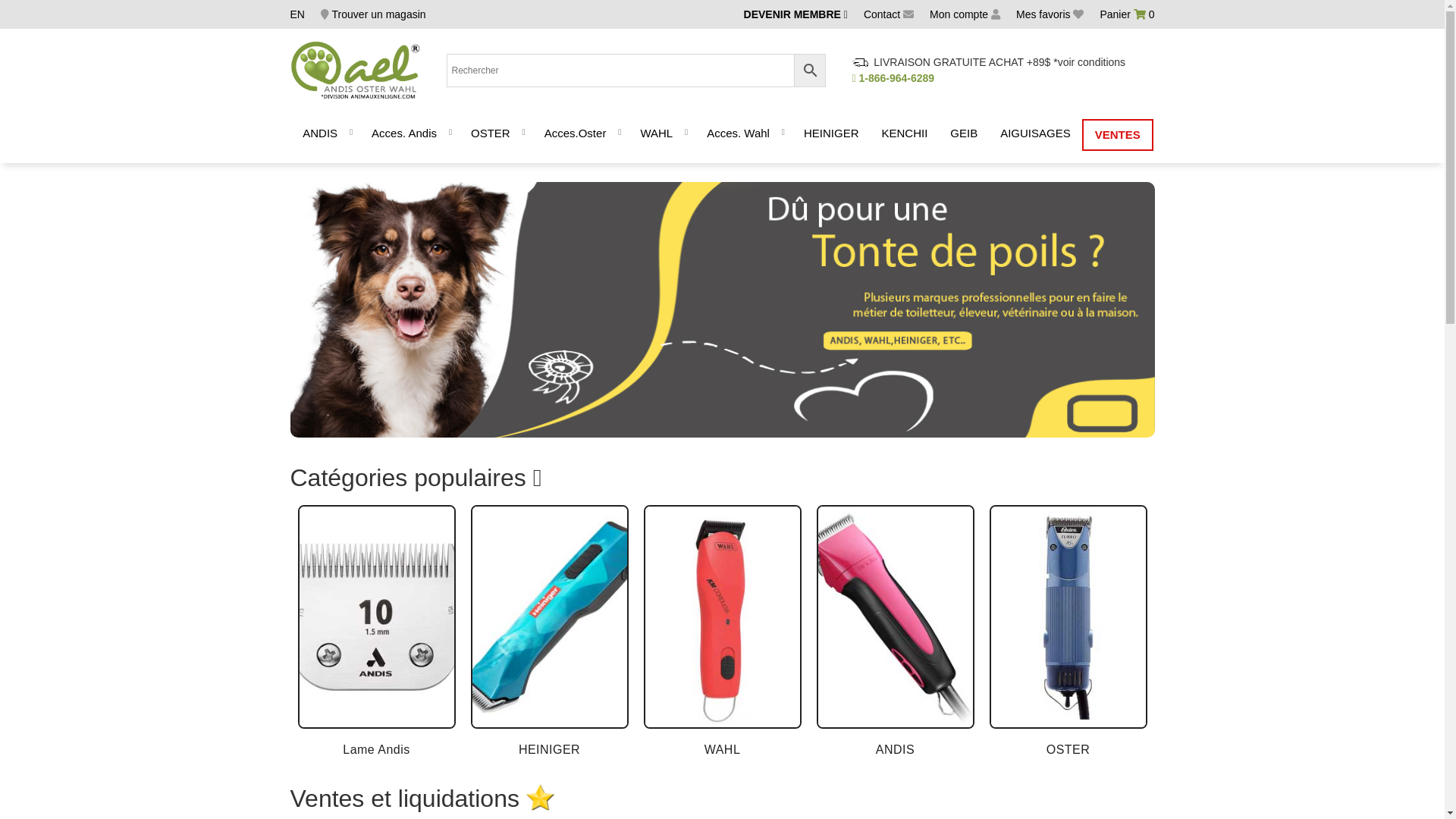 The height and width of the screenshot is (819, 1456). Describe the element at coordinates (888, 14) in the screenshot. I see `'Contact'` at that location.